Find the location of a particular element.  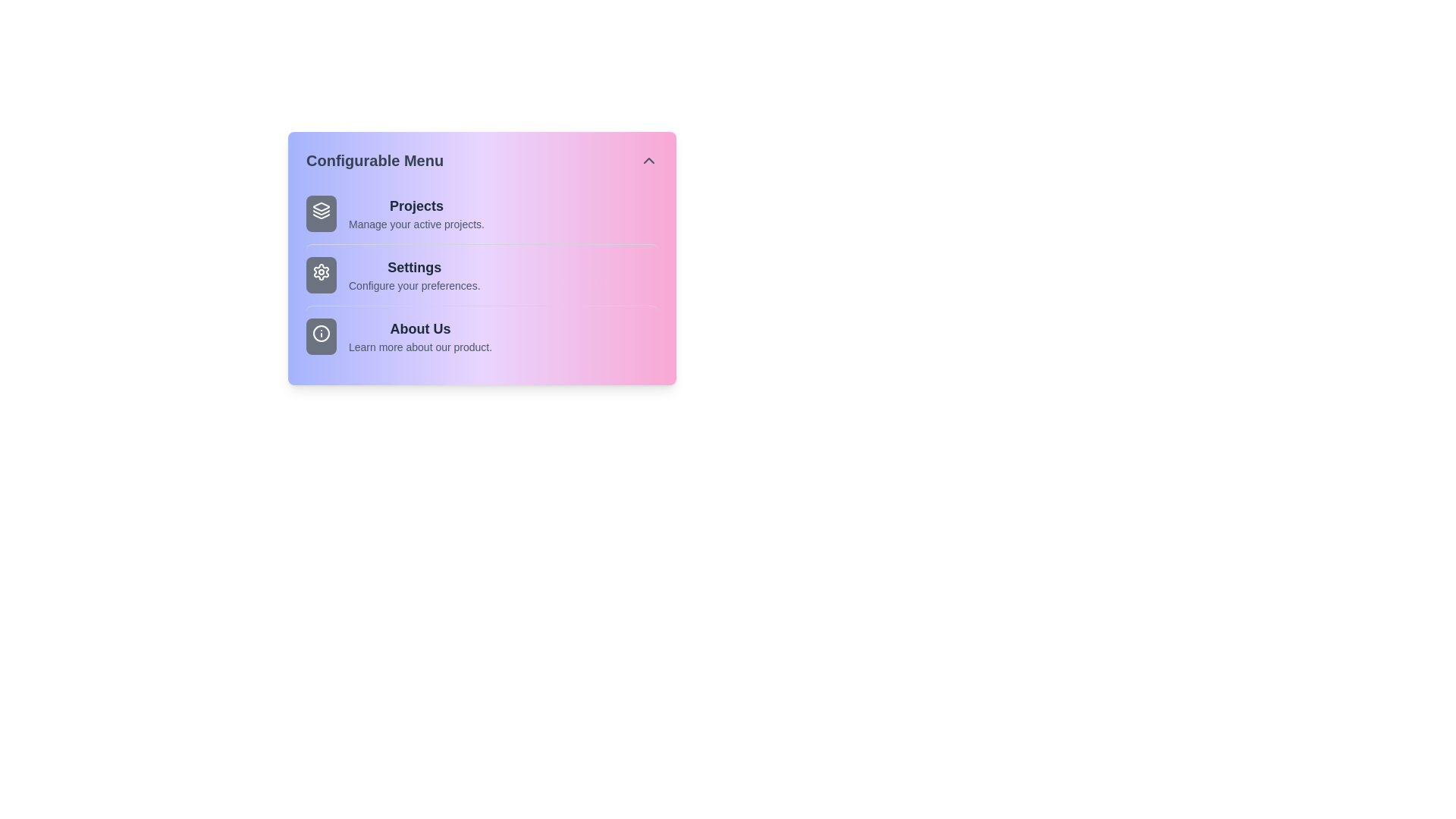

the menu item About Us by clicking on it is located at coordinates (481, 335).